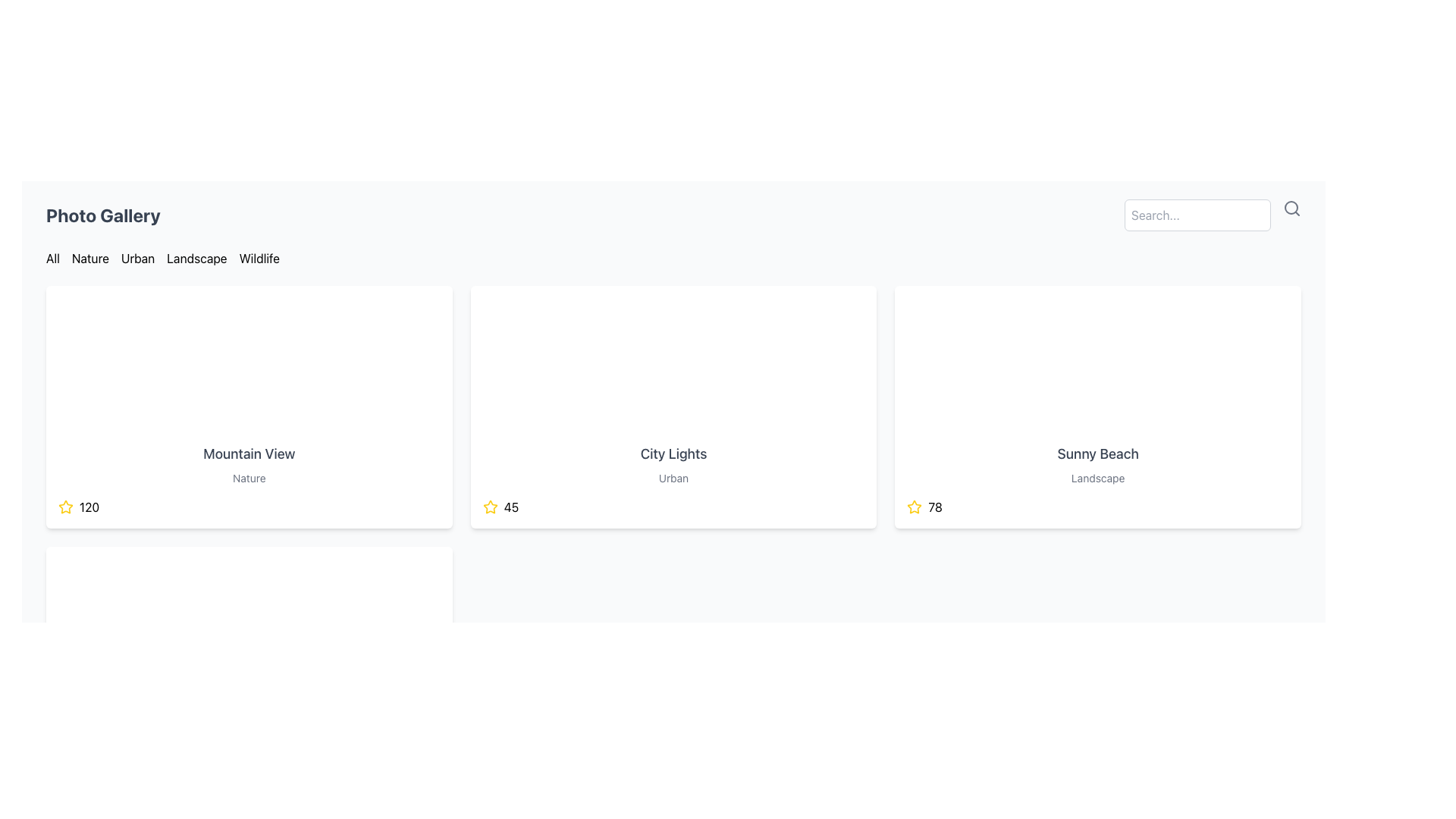  What do you see at coordinates (249, 453) in the screenshot?
I see `text label that serves as the title for the first card in a three-card row, located directly above the text 'Nature'` at bounding box center [249, 453].